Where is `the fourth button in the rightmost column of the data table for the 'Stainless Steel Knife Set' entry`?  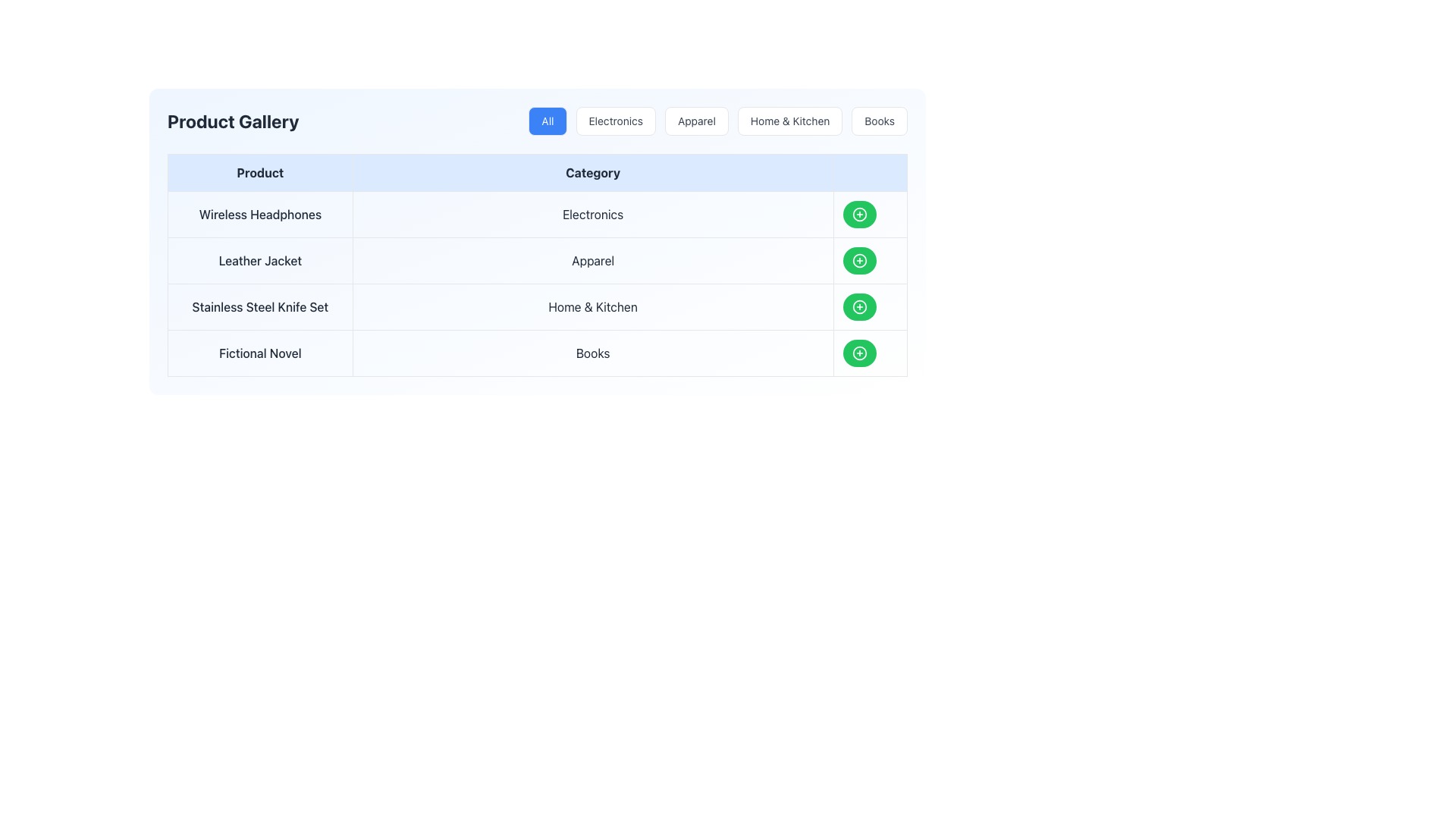
the fourth button in the rightmost column of the data table for the 'Stainless Steel Knife Set' entry is located at coordinates (859, 307).